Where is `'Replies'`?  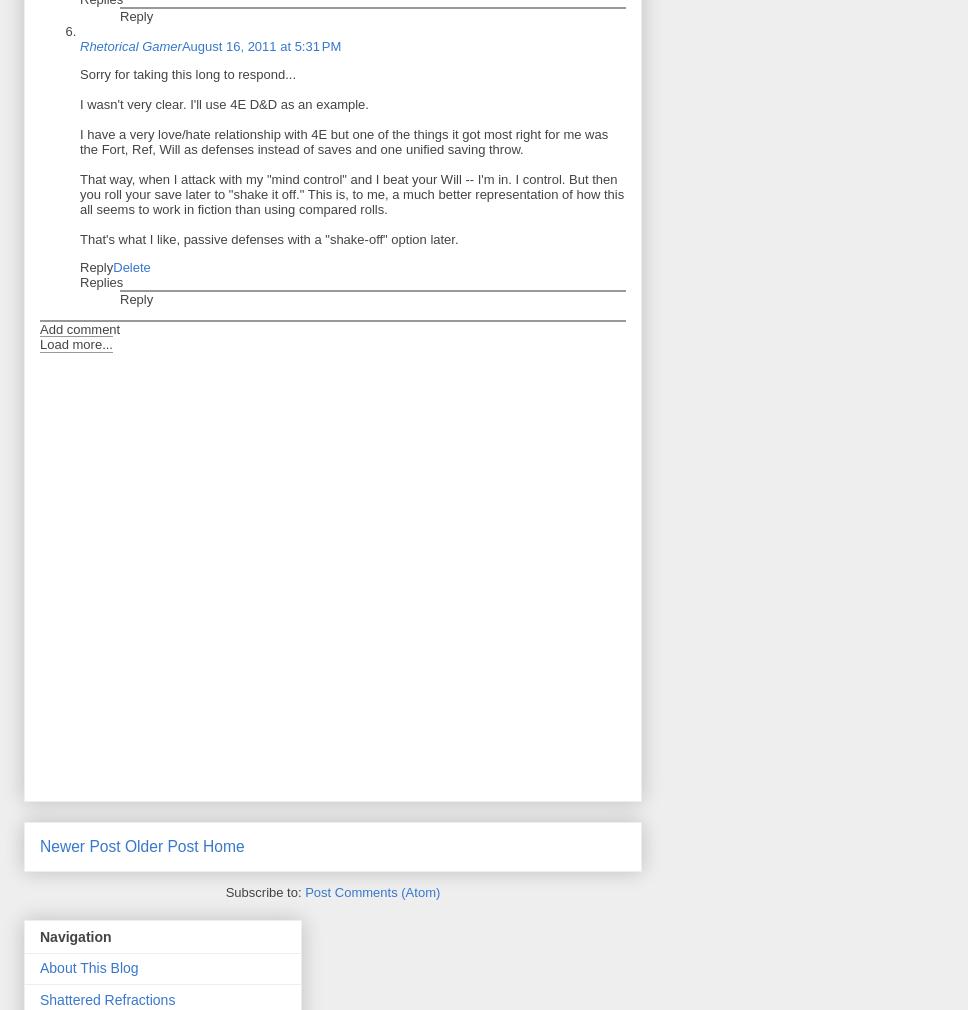
'Replies' is located at coordinates (101, 281).